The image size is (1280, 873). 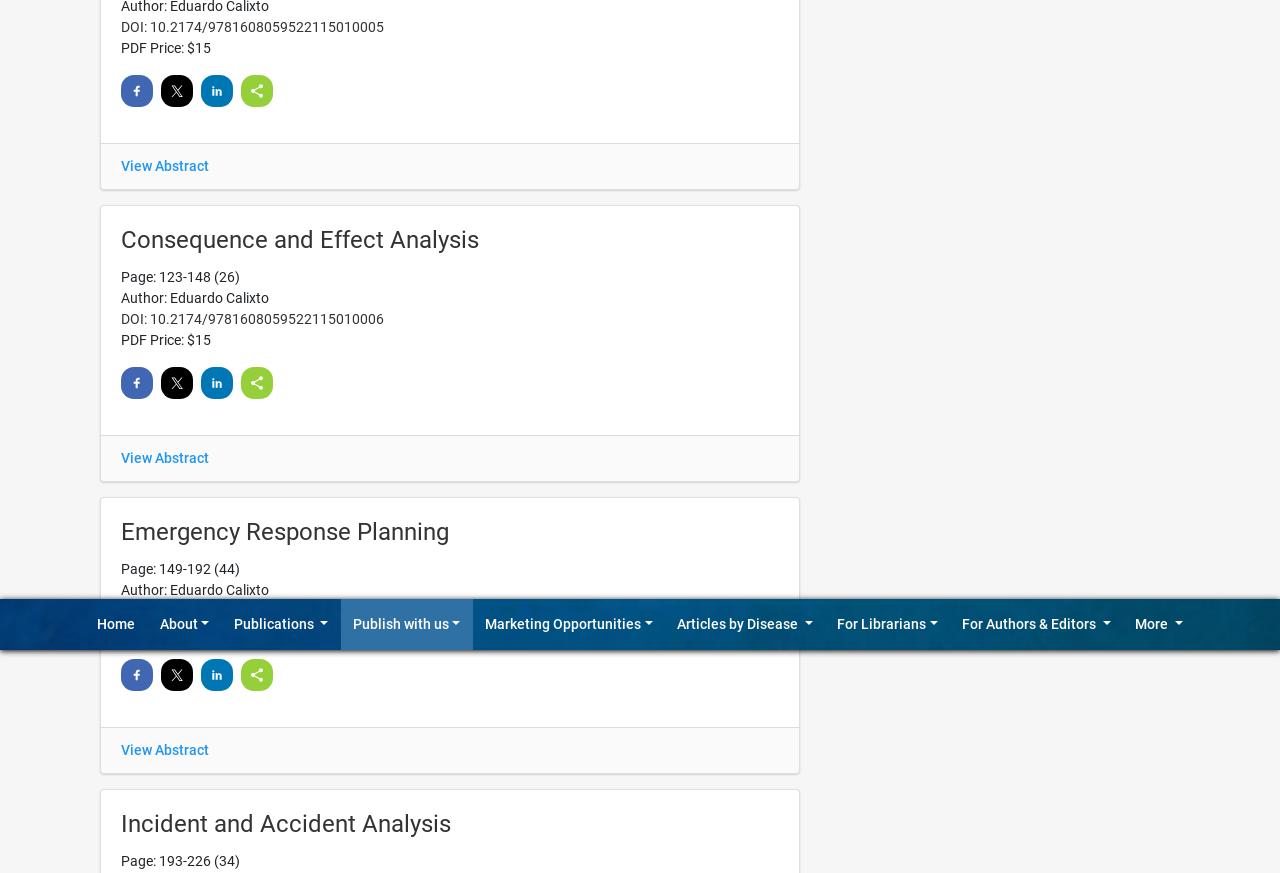 I want to click on 'Journals', so click(x=688, y=11).